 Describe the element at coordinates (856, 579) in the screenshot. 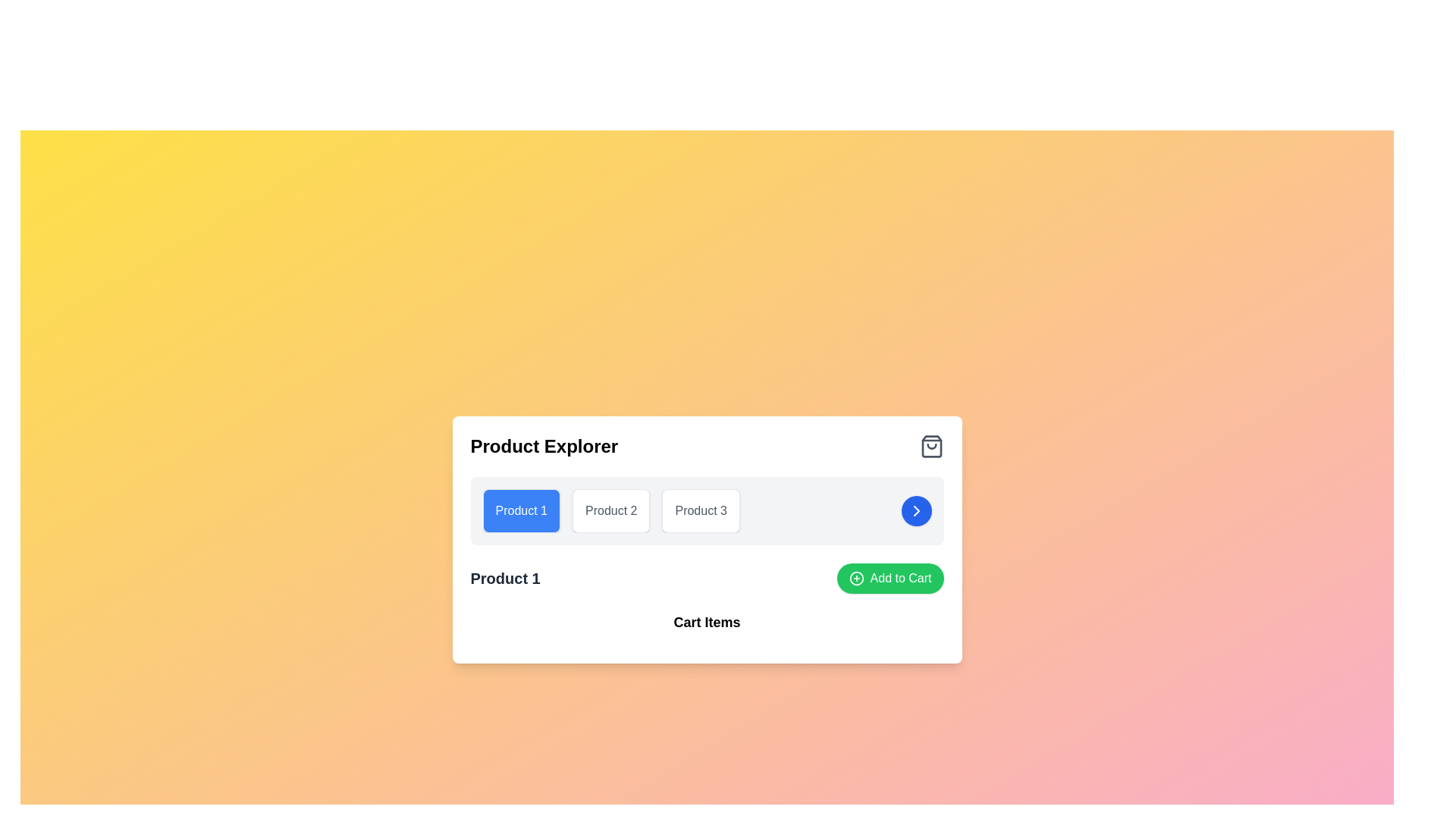

I see `the add item icon located within the green 'Add to Cart' button, positioned to the left of the button's text` at that location.